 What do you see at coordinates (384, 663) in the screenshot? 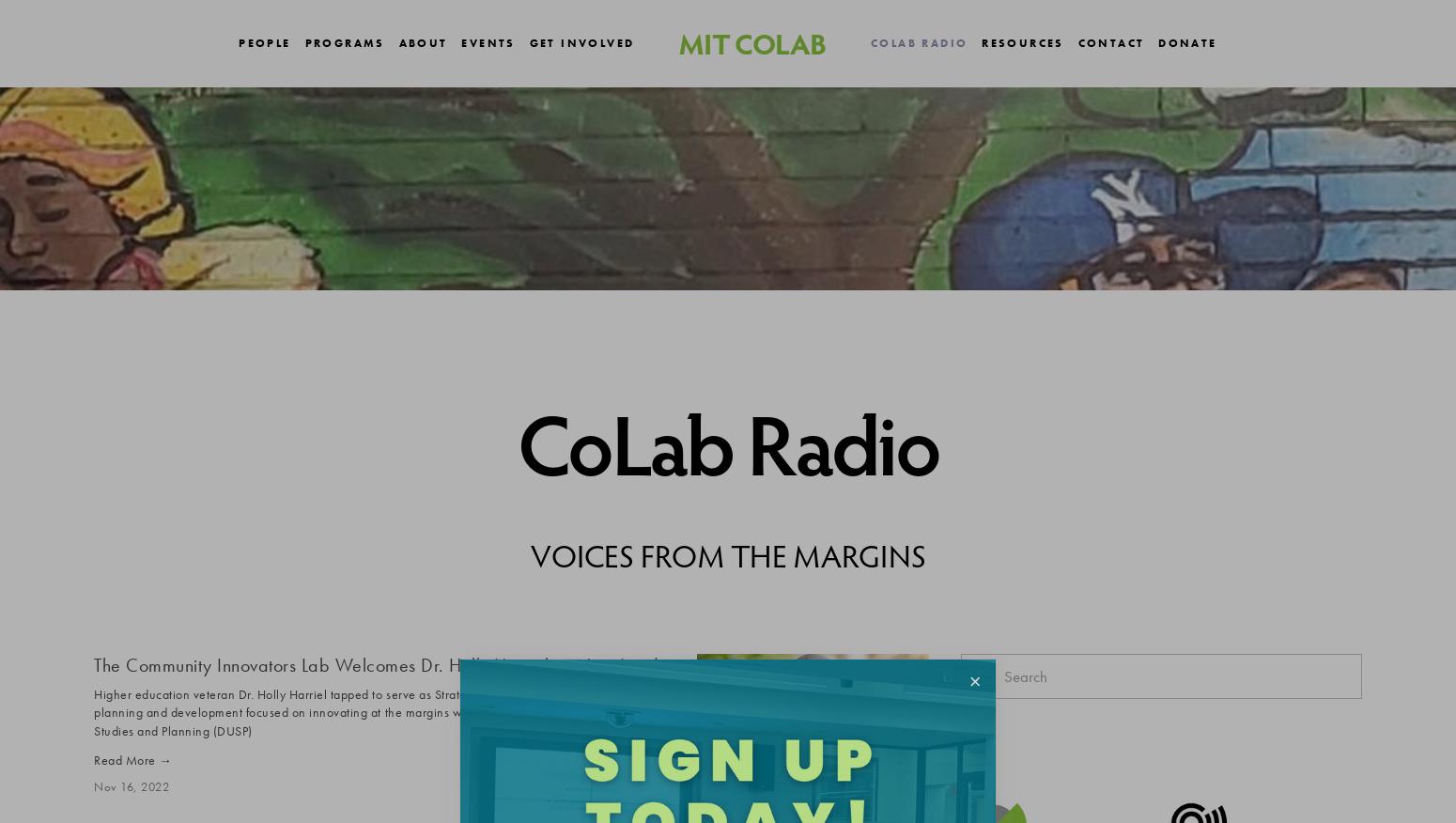
I see `'The Community Innovators Lab Welcomes Dr. Holly Harriel as New Leader'` at bounding box center [384, 663].